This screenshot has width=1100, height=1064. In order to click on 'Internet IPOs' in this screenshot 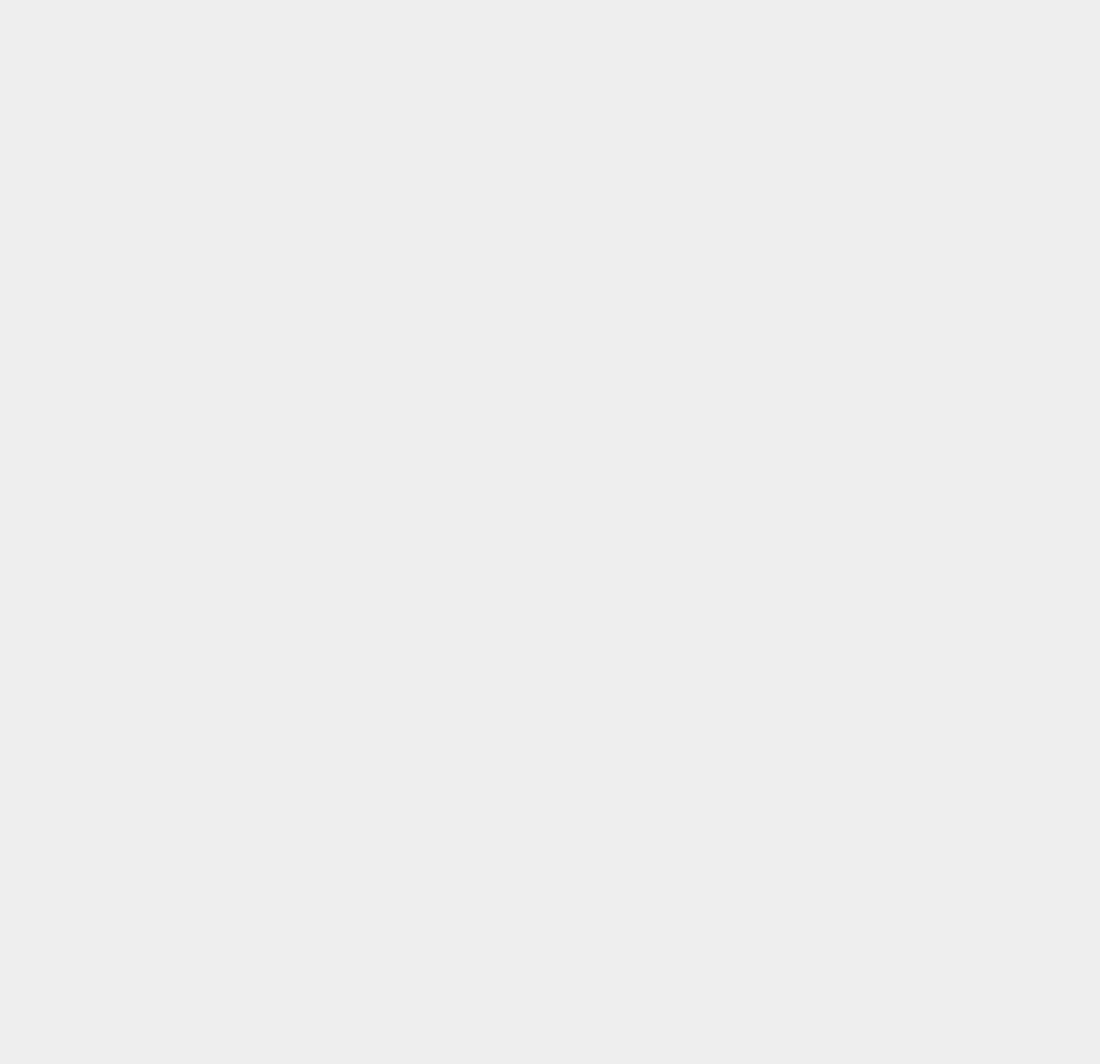, I will do `click(818, 249)`.